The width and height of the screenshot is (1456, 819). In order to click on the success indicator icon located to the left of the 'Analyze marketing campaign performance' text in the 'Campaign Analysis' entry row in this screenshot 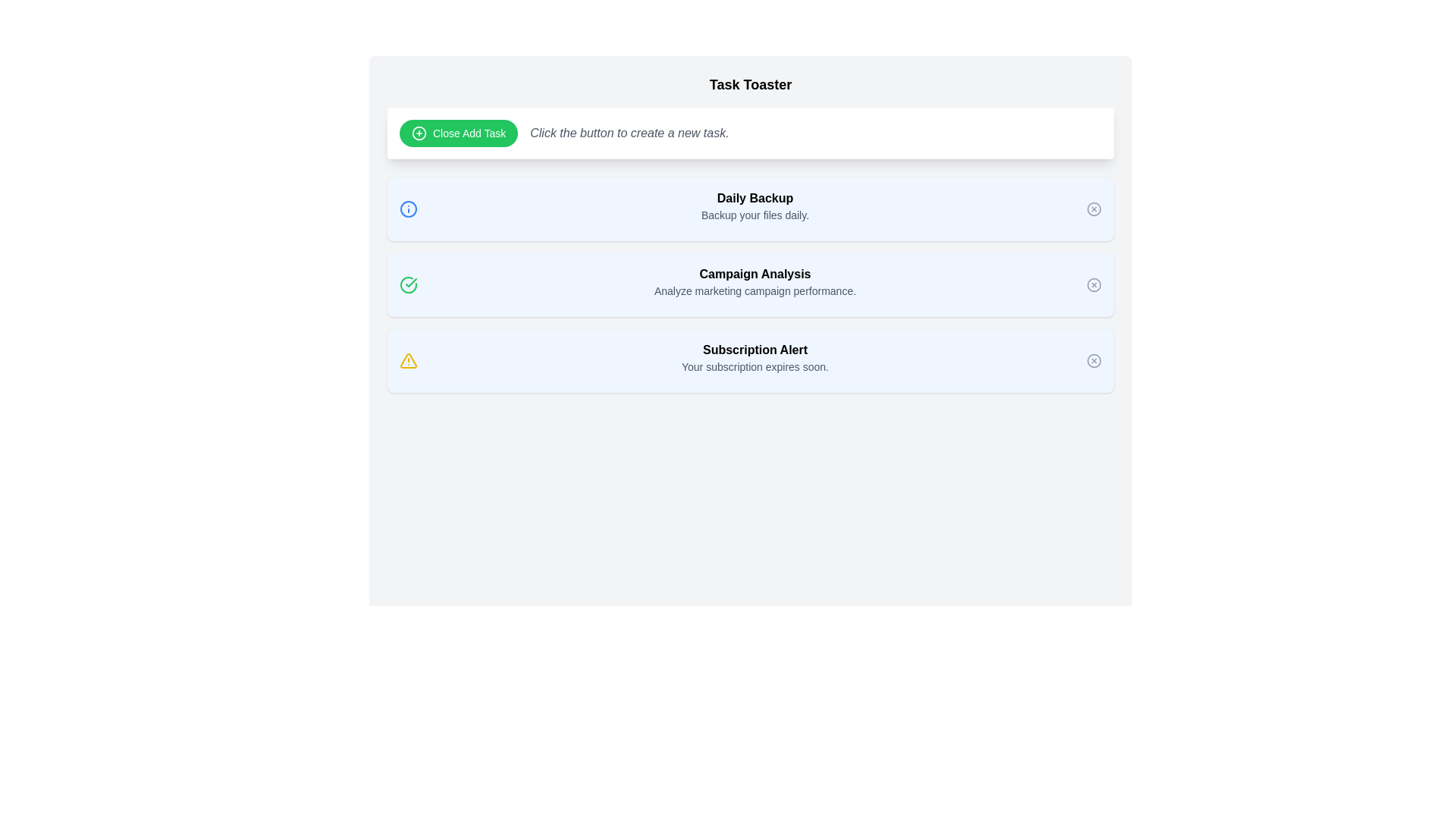, I will do `click(411, 283)`.